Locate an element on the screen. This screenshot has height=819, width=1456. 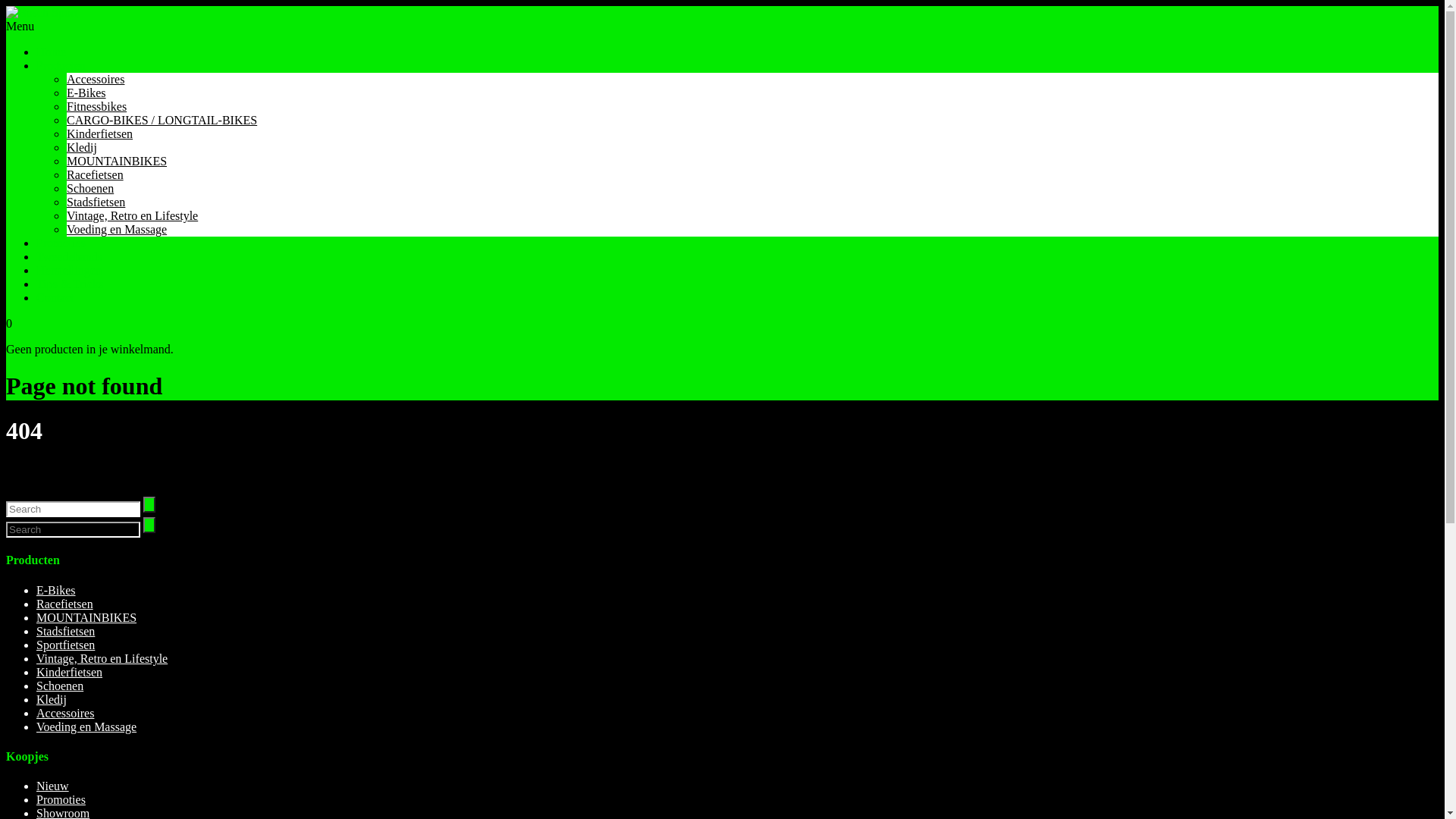
'Herstellingen' is located at coordinates (36, 269).